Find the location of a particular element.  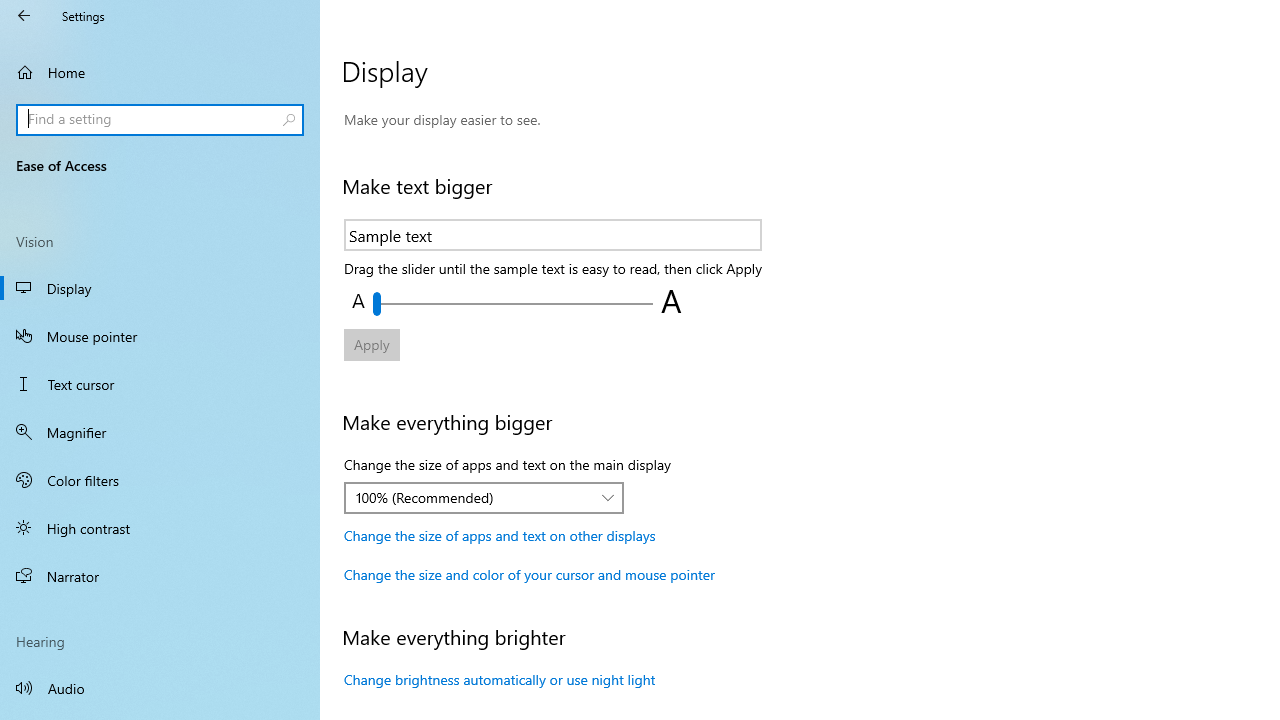

'Mouse pointer' is located at coordinates (160, 334).